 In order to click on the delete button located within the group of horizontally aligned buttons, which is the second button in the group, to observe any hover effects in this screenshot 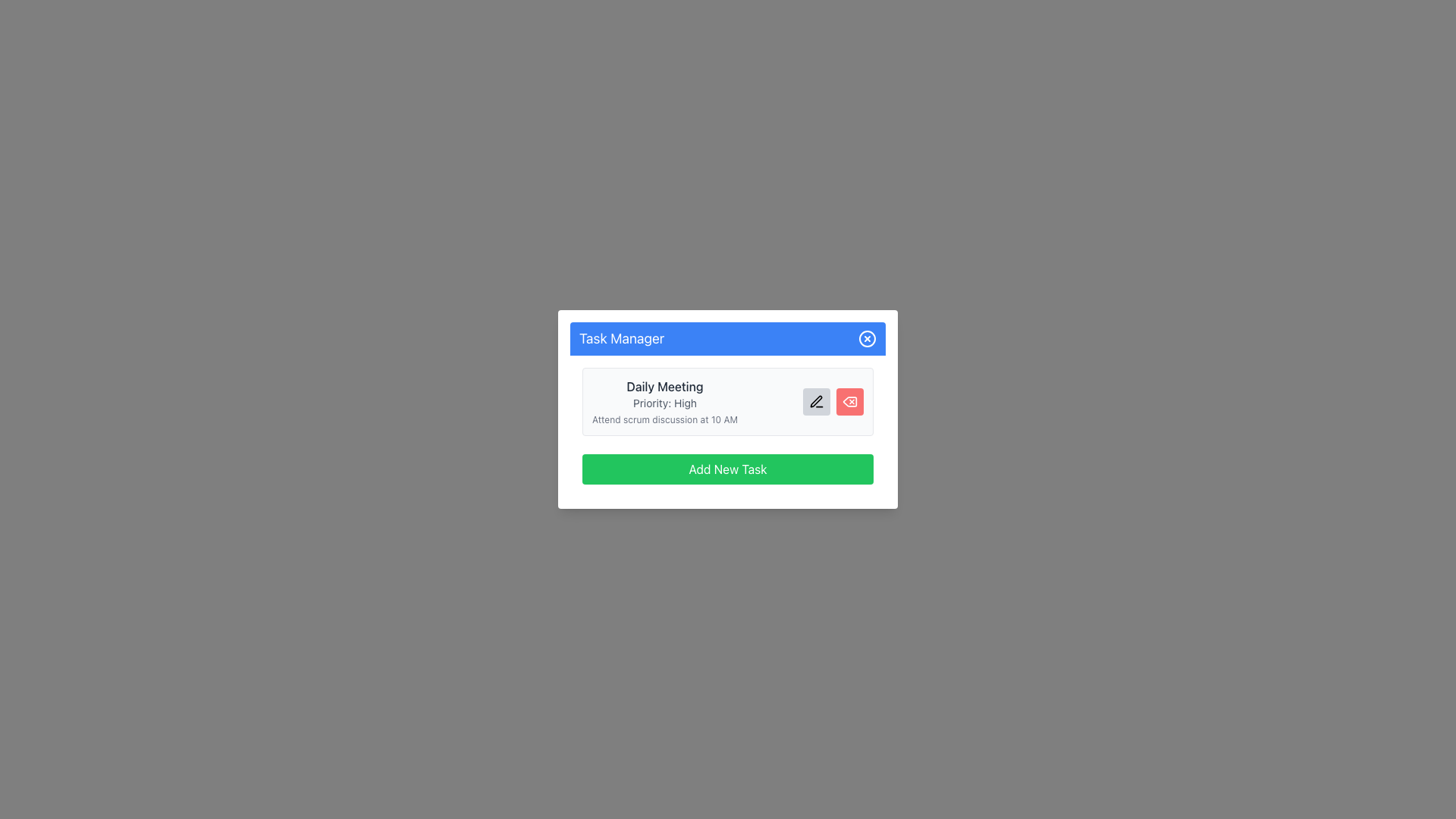, I will do `click(850, 400)`.